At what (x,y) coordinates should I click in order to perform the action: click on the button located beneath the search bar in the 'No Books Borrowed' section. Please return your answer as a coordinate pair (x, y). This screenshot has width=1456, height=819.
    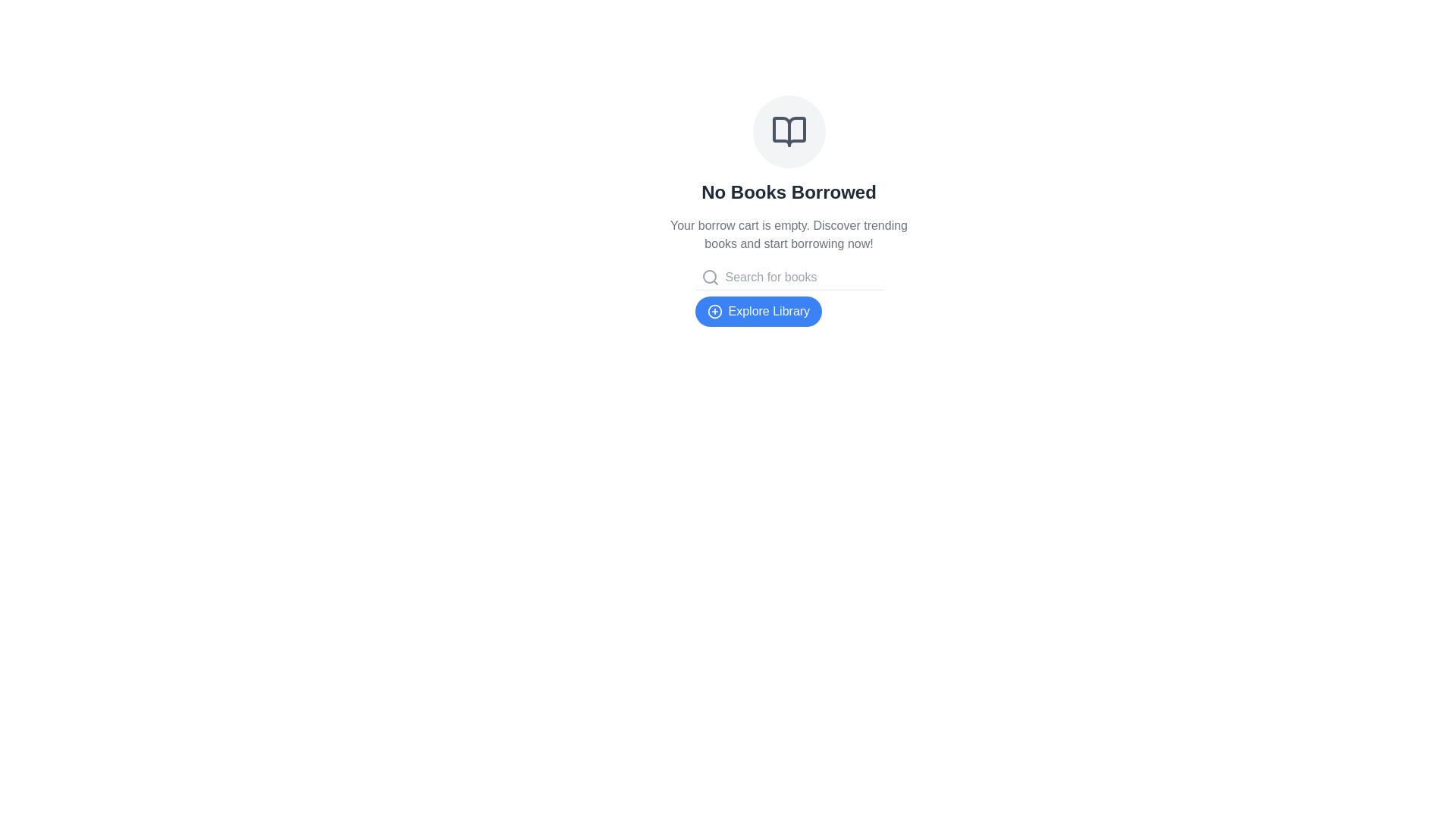
    Looking at the image, I should click on (758, 311).